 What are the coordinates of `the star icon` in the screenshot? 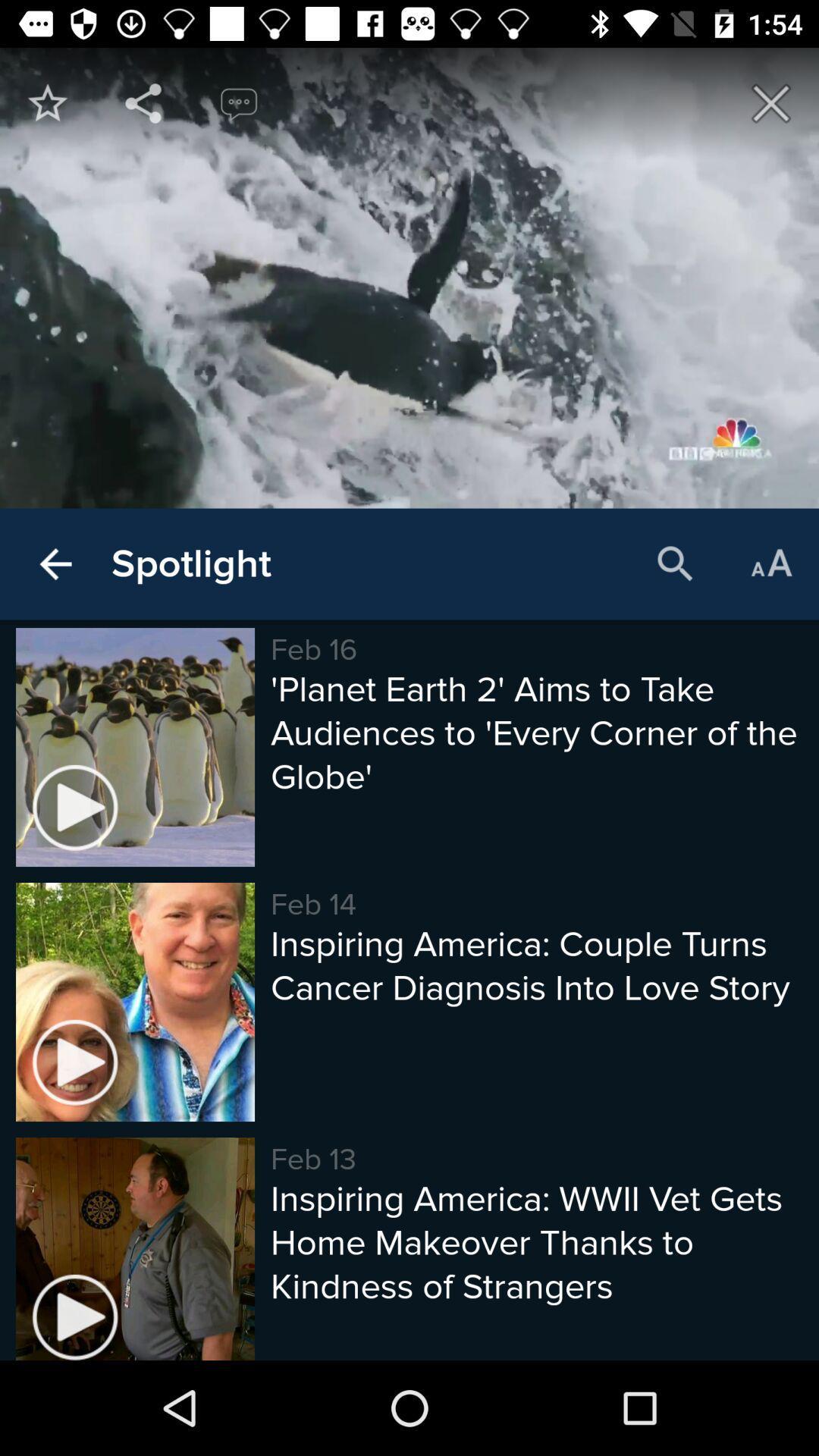 It's located at (46, 102).